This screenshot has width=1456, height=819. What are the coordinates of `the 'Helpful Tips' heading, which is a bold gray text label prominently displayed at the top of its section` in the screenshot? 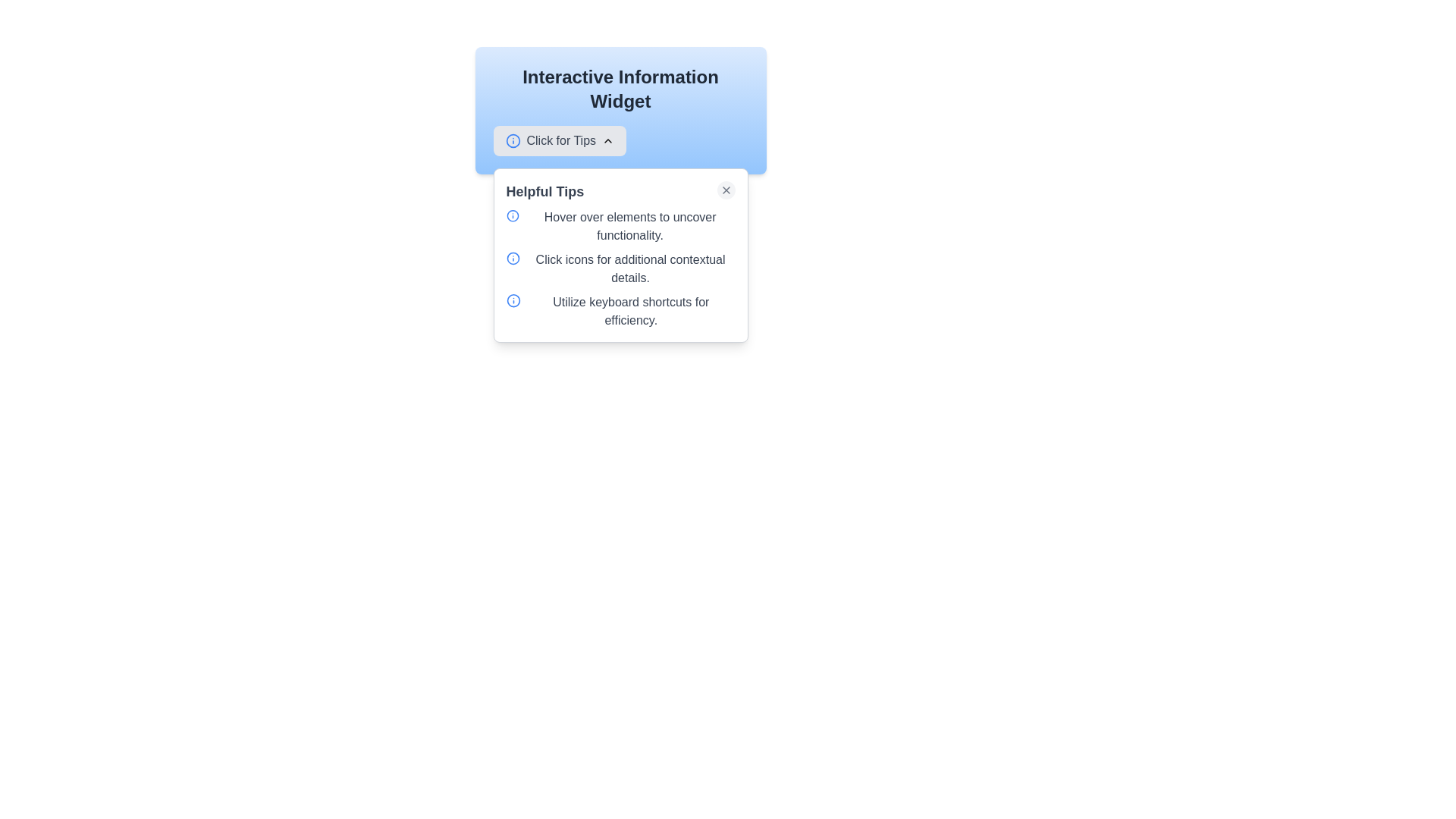 It's located at (544, 191).